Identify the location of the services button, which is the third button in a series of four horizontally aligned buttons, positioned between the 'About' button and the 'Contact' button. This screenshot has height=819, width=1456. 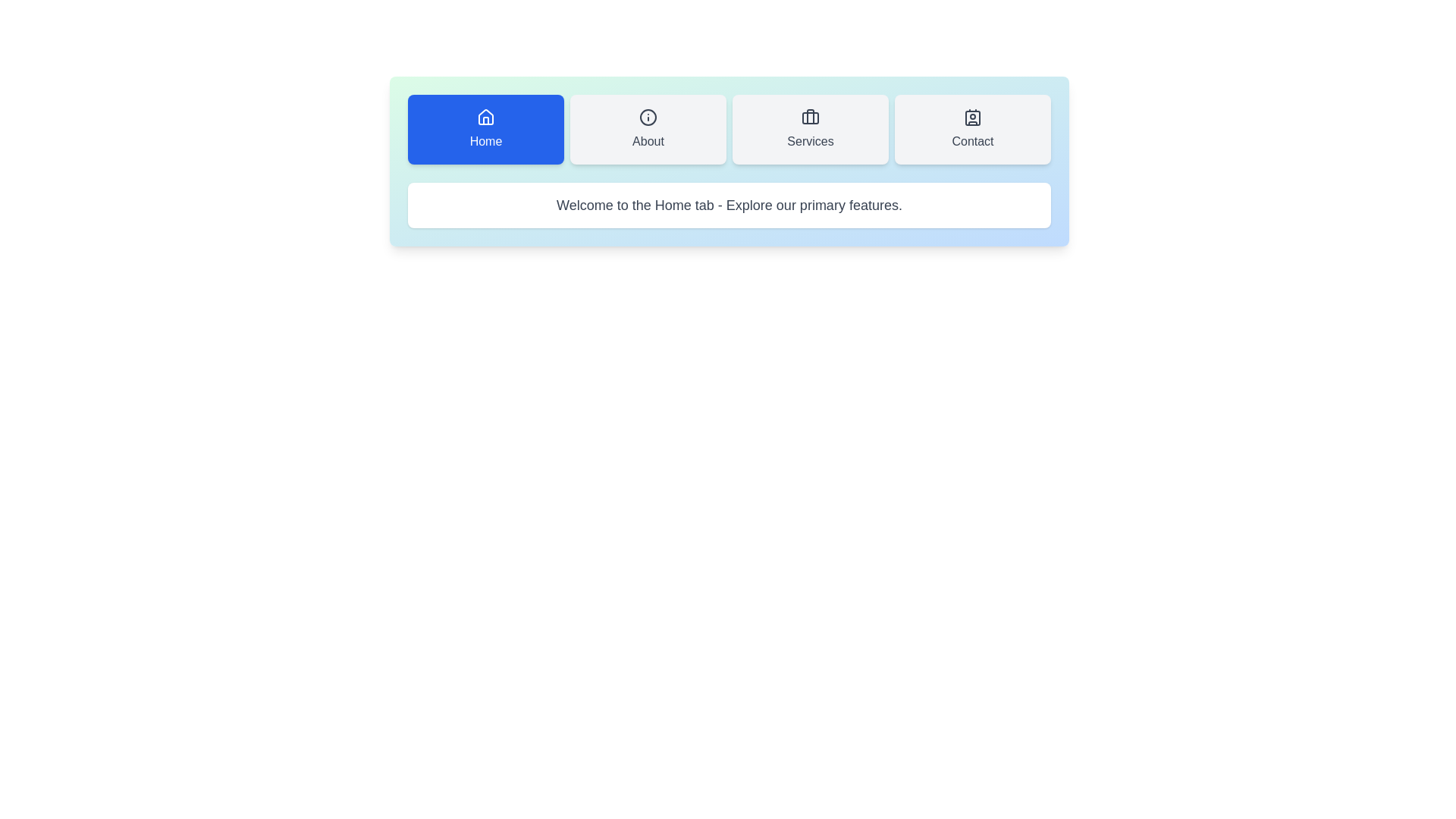
(810, 128).